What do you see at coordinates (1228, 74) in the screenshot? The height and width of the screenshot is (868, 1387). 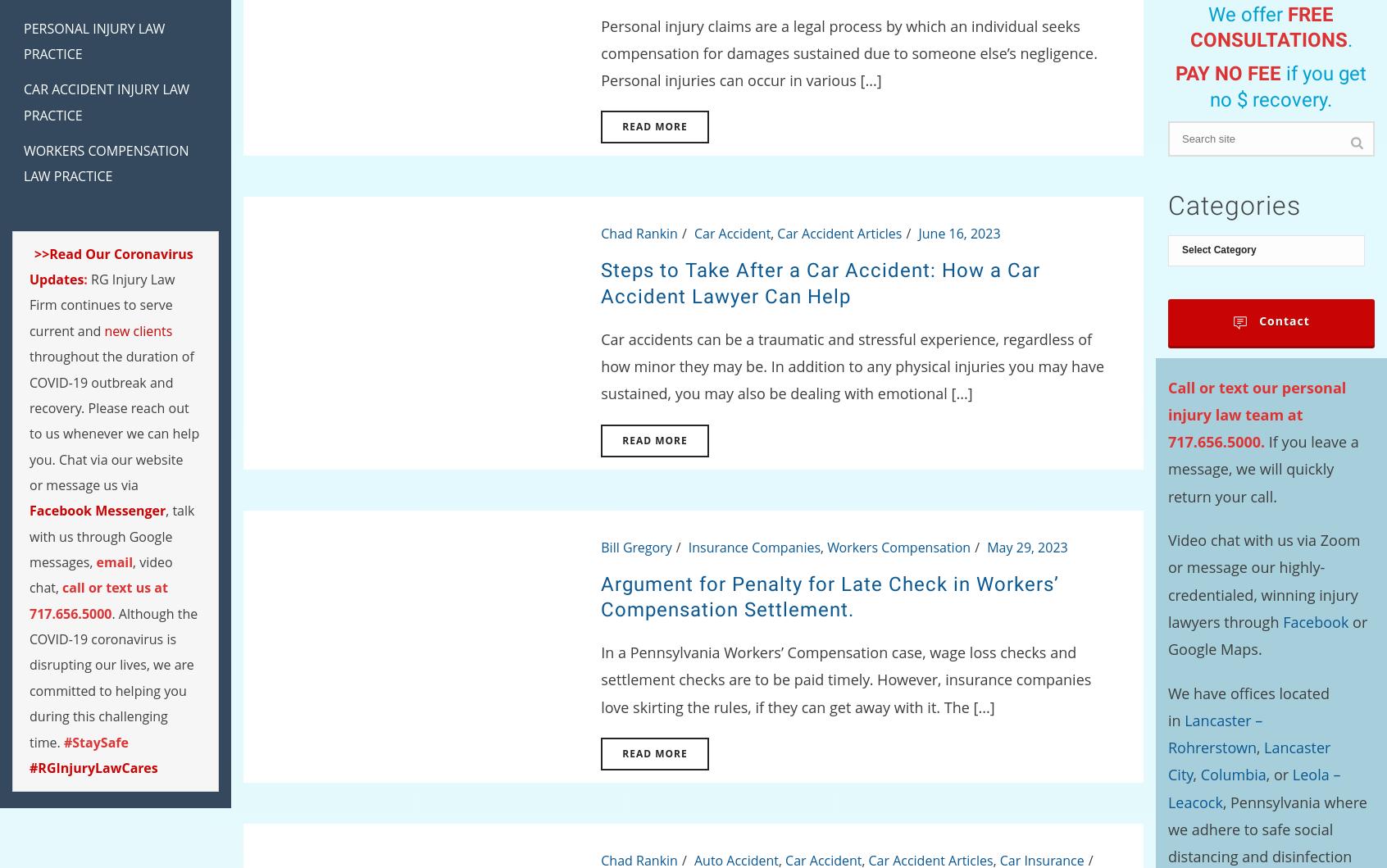 I see `'PAY NO FEE'` at bounding box center [1228, 74].